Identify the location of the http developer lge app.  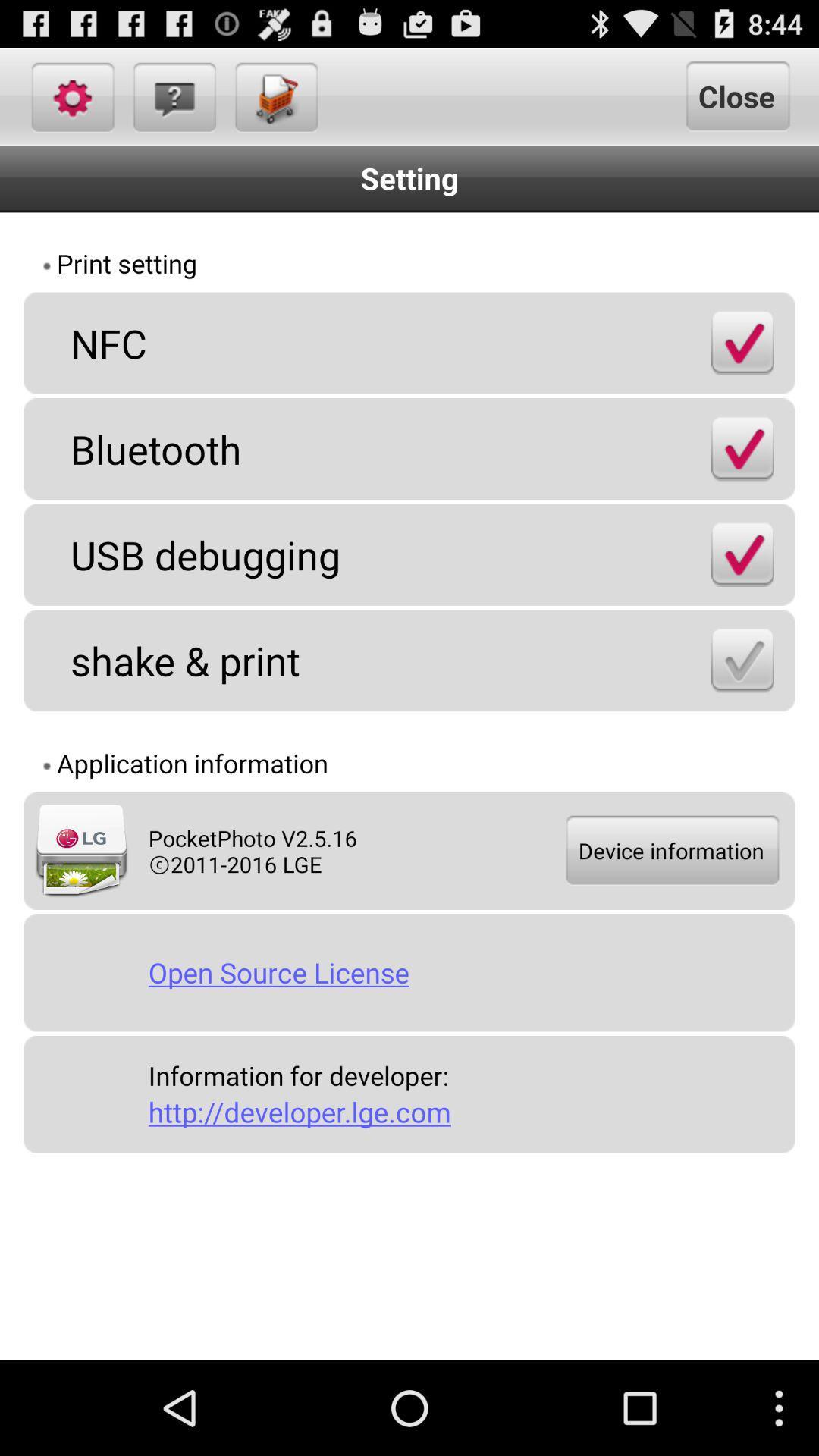
(465, 1112).